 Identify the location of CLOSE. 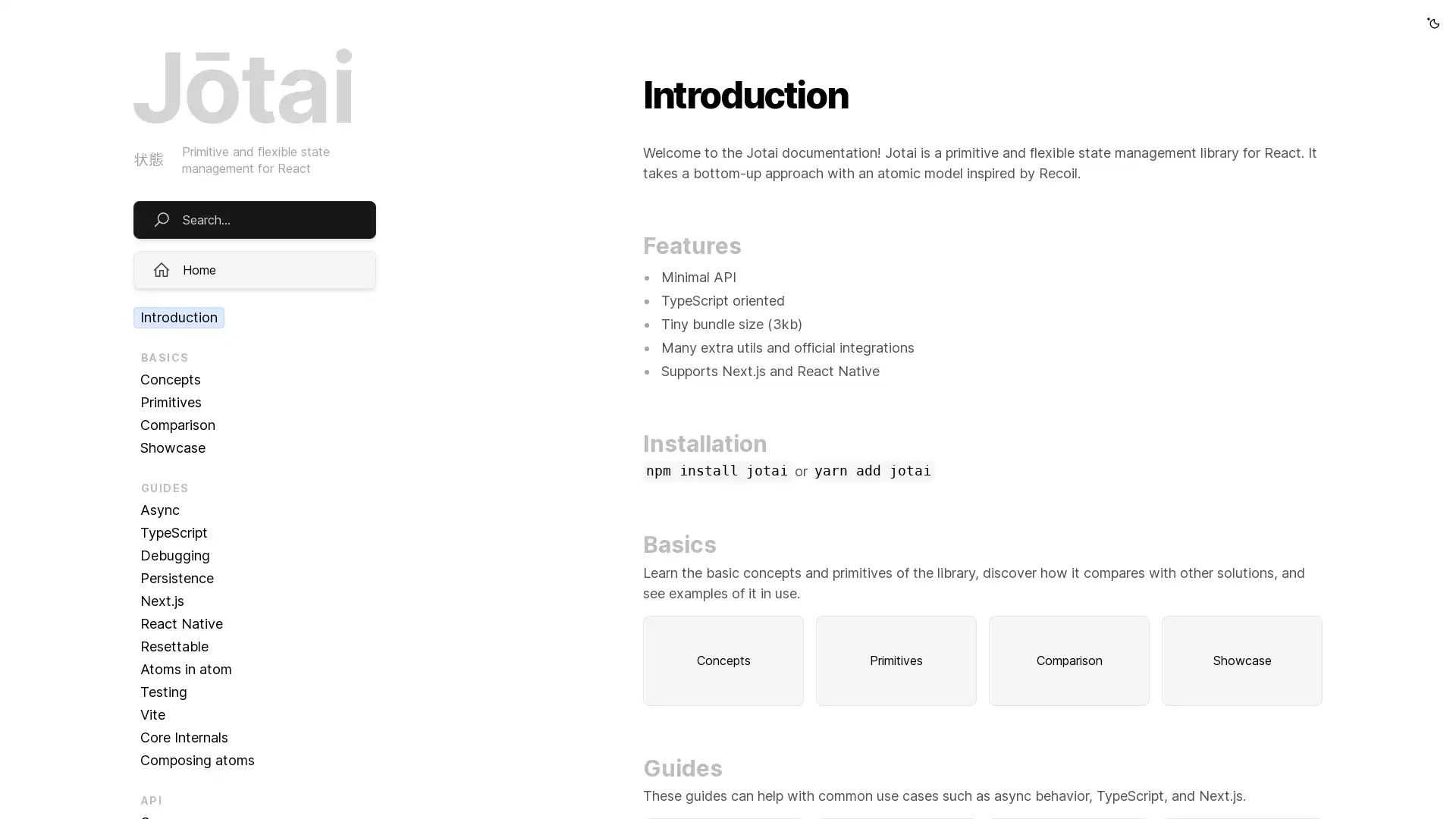
(1351, 752).